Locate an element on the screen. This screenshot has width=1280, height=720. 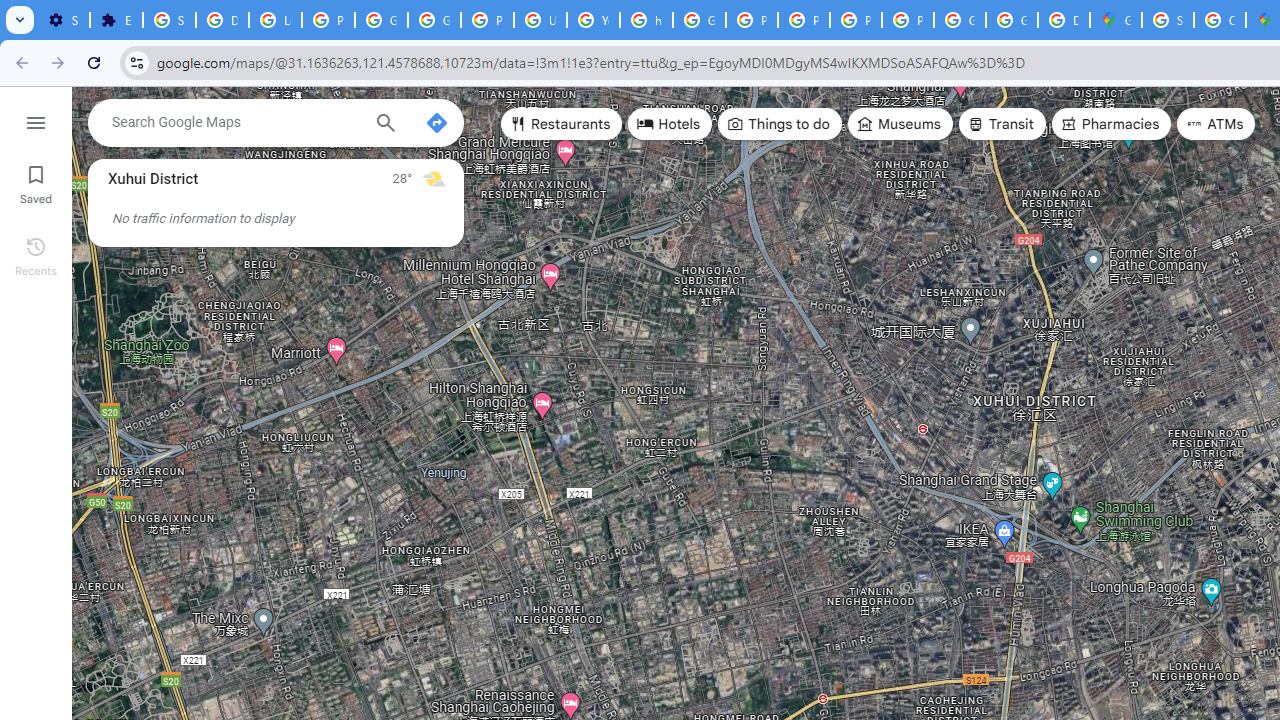
'Things to do' is located at coordinates (779, 124).